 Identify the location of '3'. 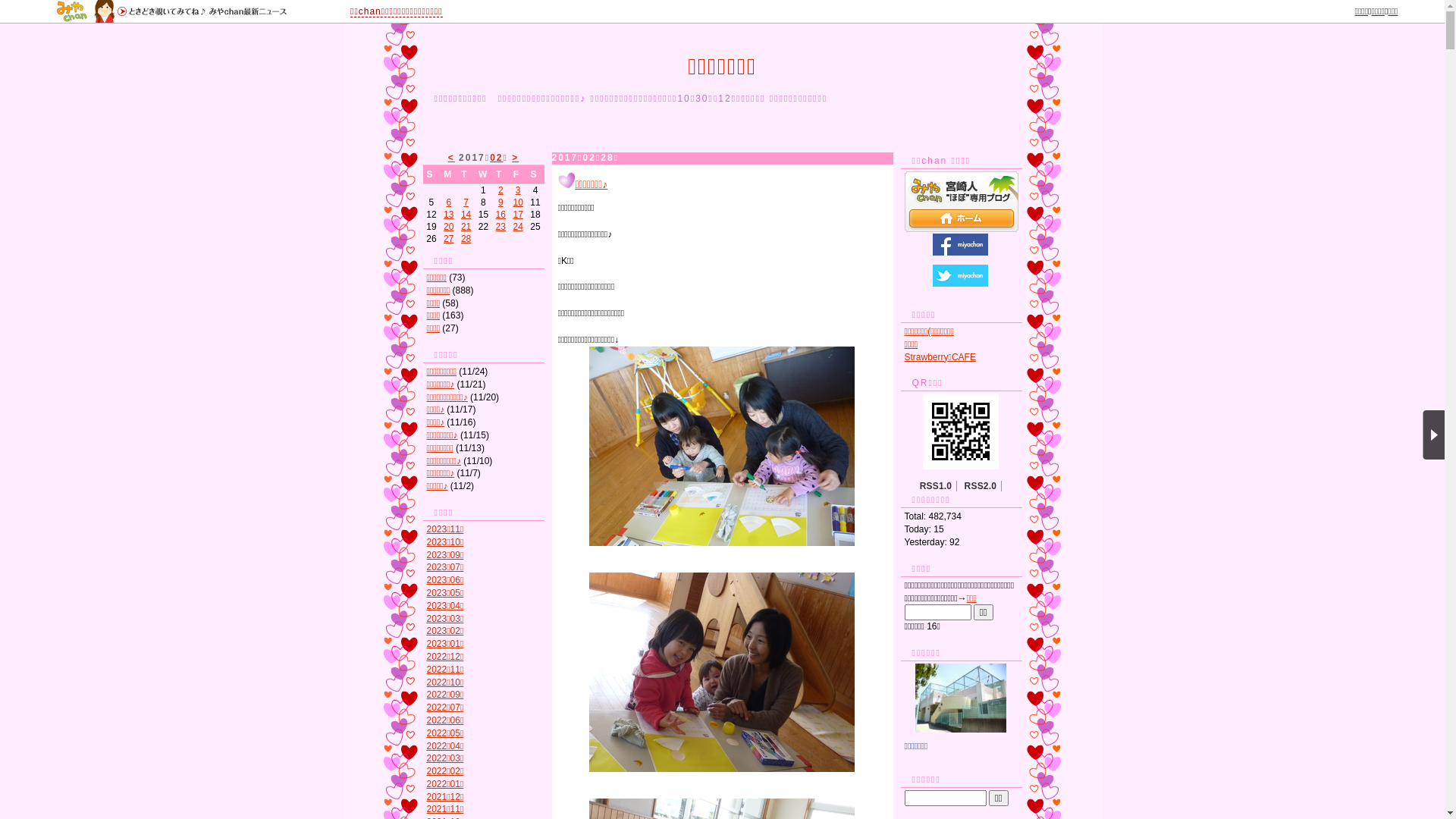
(518, 189).